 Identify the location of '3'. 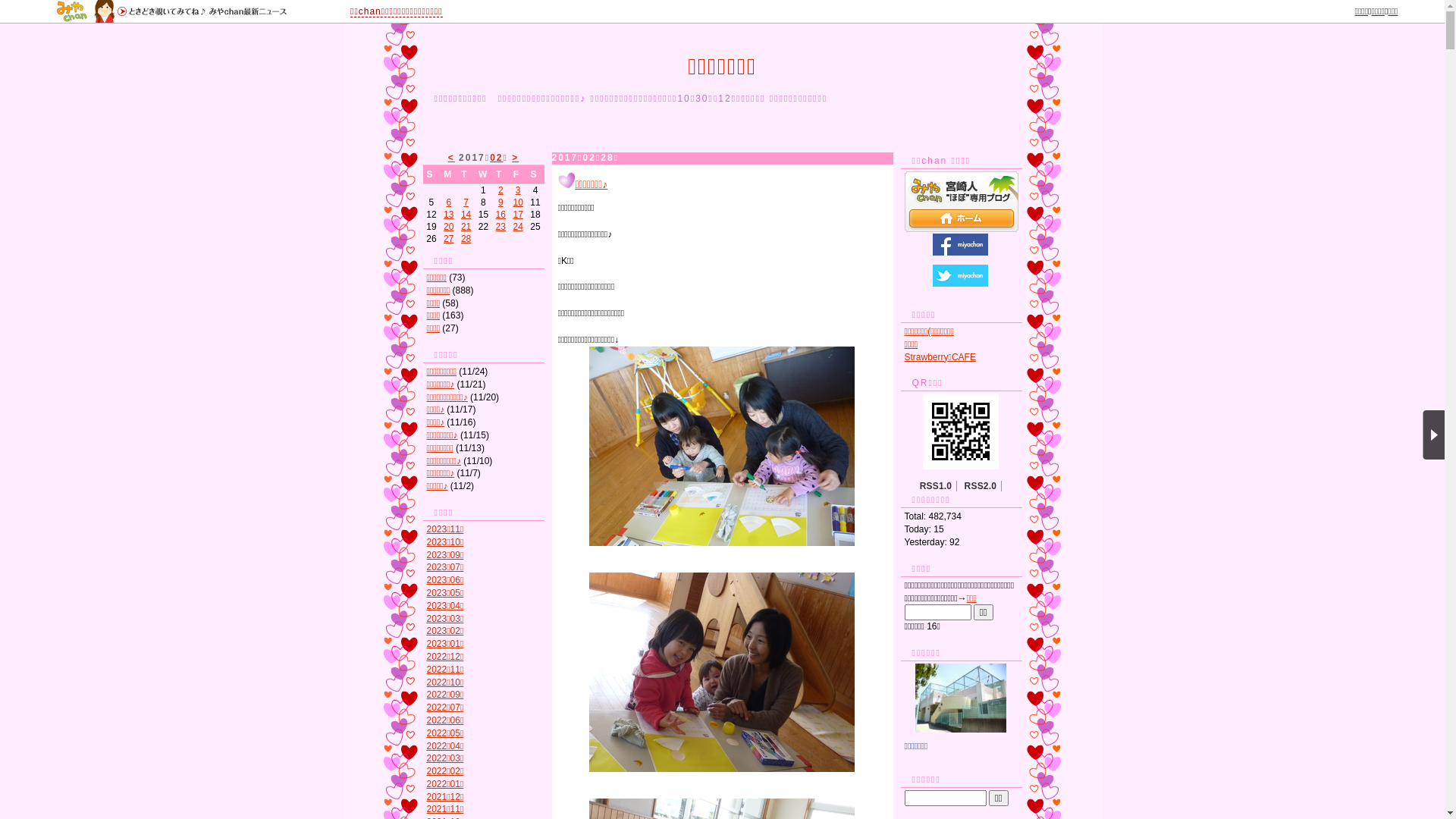
(518, 189).